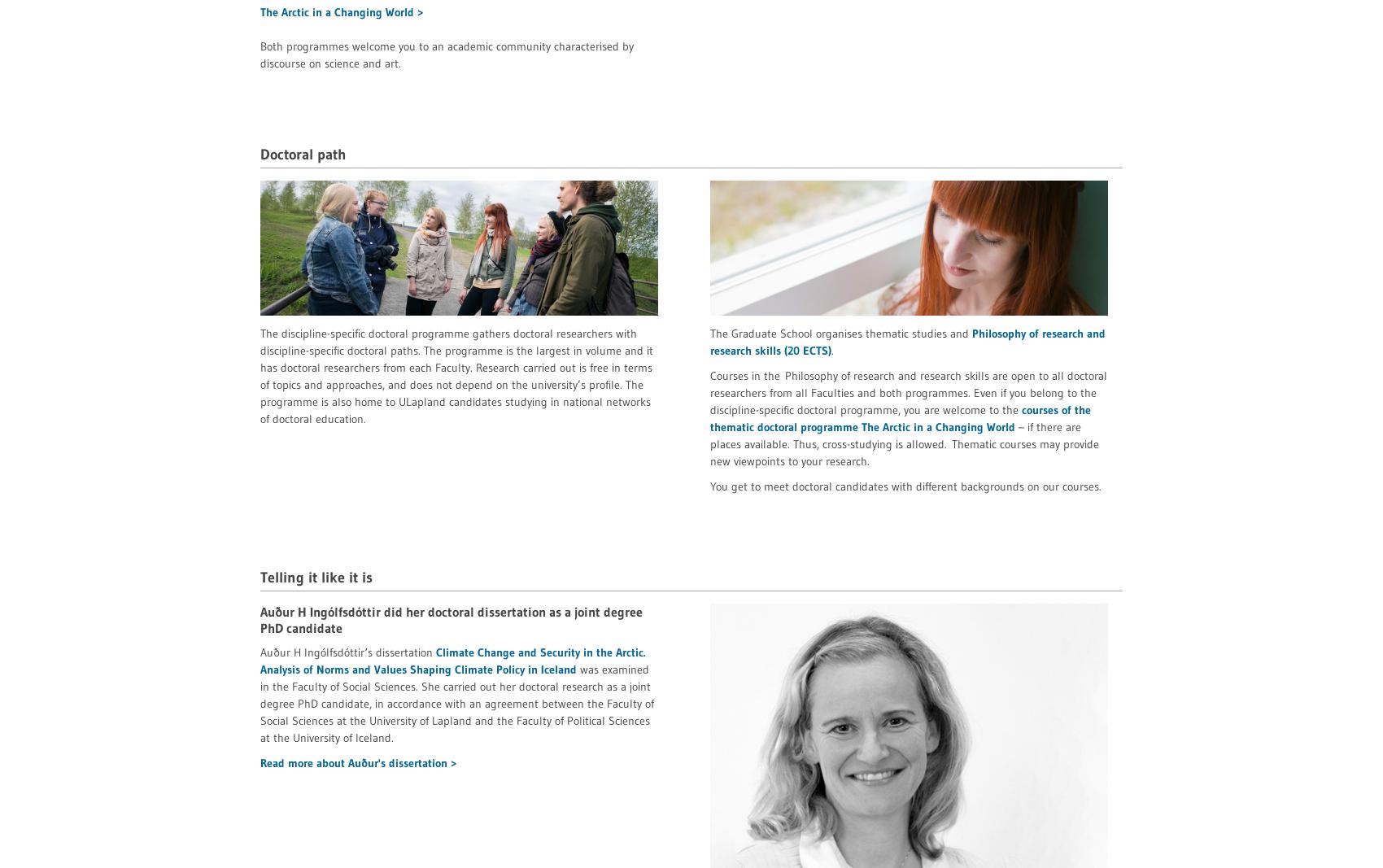 The height and width of the screenshot is (868, 1383). Describe the element at coordinates (830, 349) in the screenshot. I see `'.'` at that location.